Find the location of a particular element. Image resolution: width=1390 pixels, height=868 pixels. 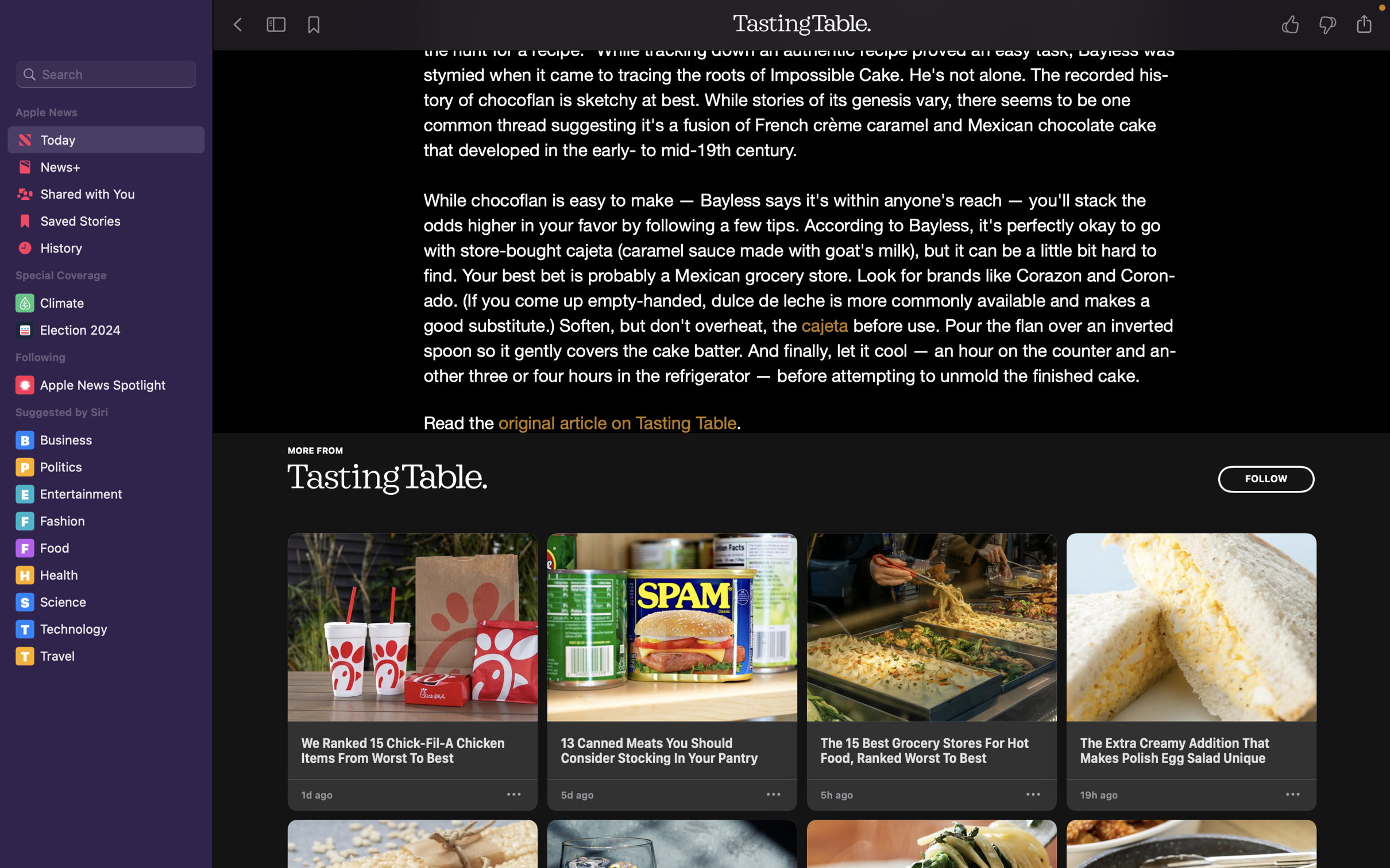

Click "suggest less" in the options from the third story in Tasting Table is located at coordinates (1032, 795).